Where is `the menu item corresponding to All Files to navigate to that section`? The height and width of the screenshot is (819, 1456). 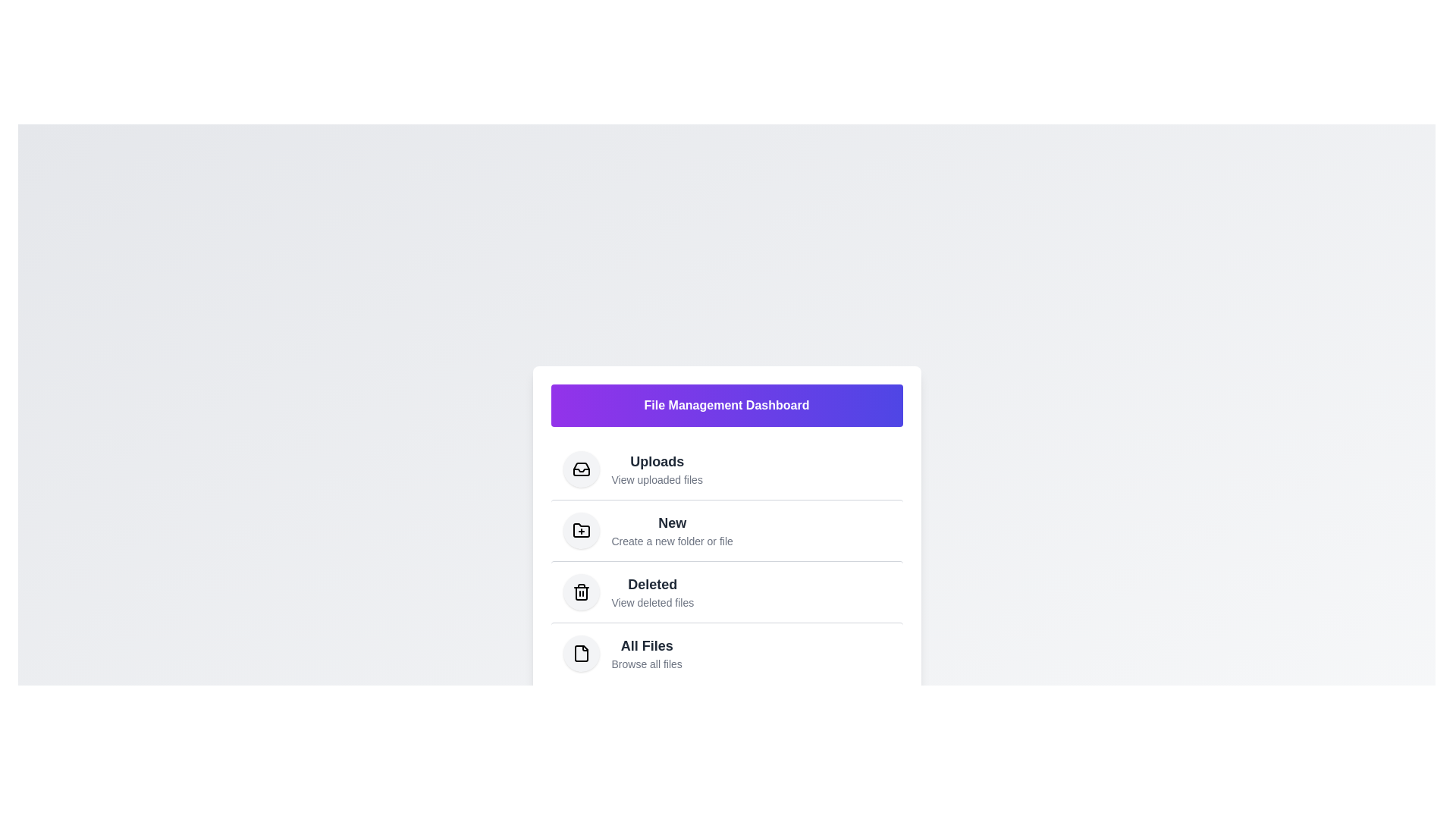
the menu item corresponding to All Files to navigate to that section is located at coordinates (647, 652).